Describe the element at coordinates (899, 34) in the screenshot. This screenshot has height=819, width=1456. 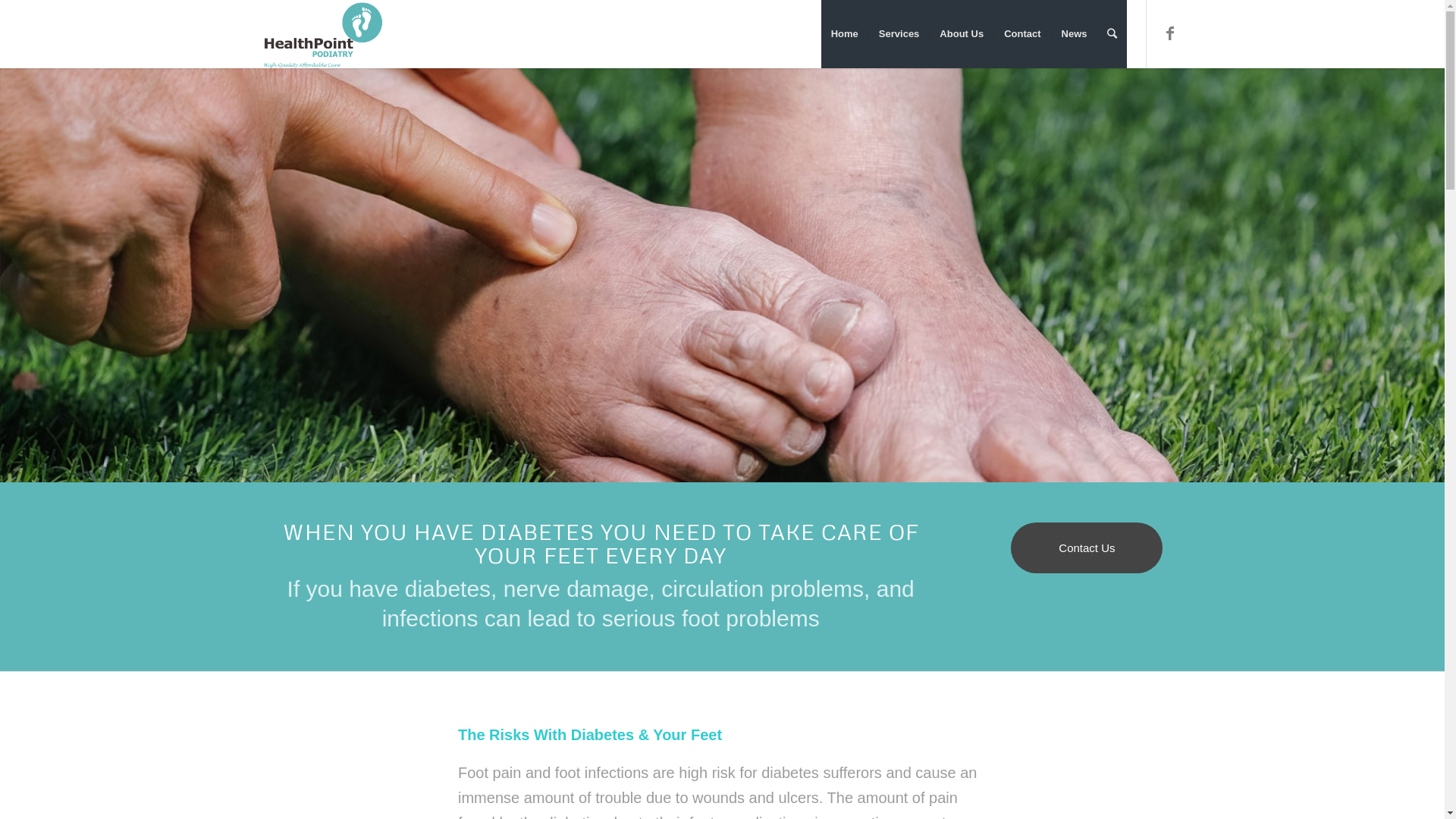
I see `'Services'` at that location.